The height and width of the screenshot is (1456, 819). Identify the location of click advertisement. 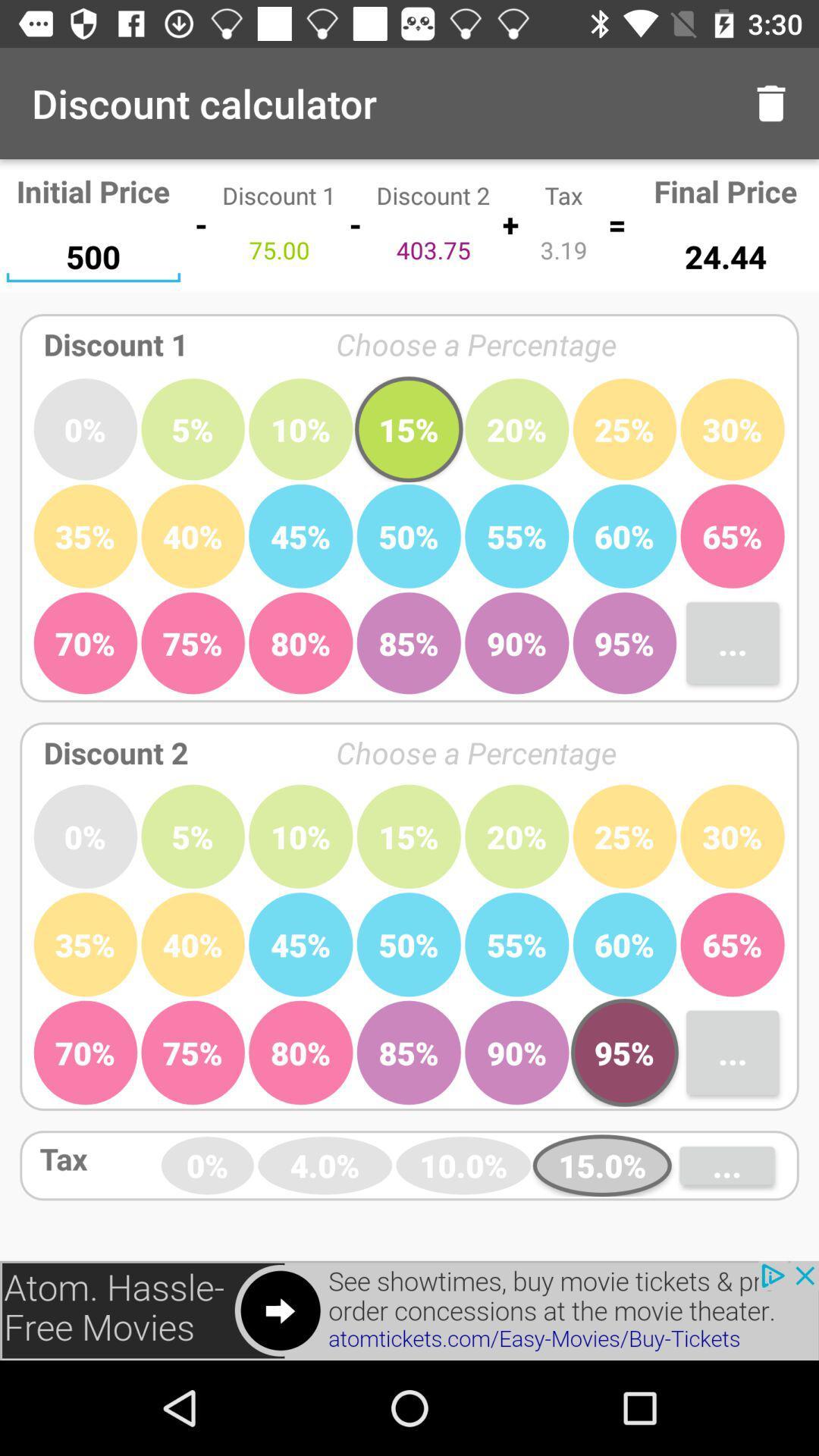
(409, 1310).